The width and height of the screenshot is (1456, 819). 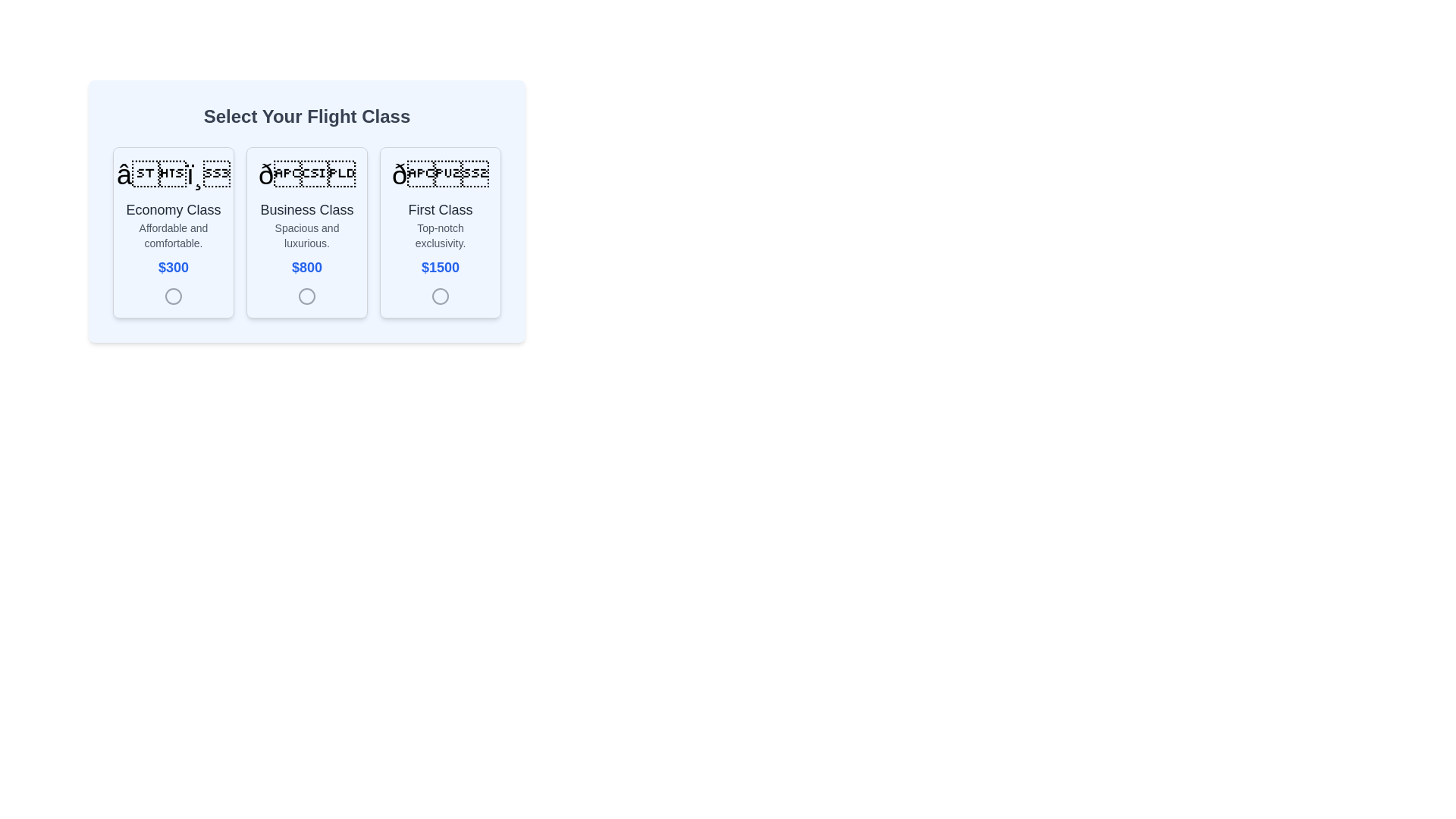 I want to click on the text label displaying 'Top-notch exclusivity.' which is part of the 'First Class' flight option, located below the title 'First Class' and above the price '$1500', so click(x=439, y=236).